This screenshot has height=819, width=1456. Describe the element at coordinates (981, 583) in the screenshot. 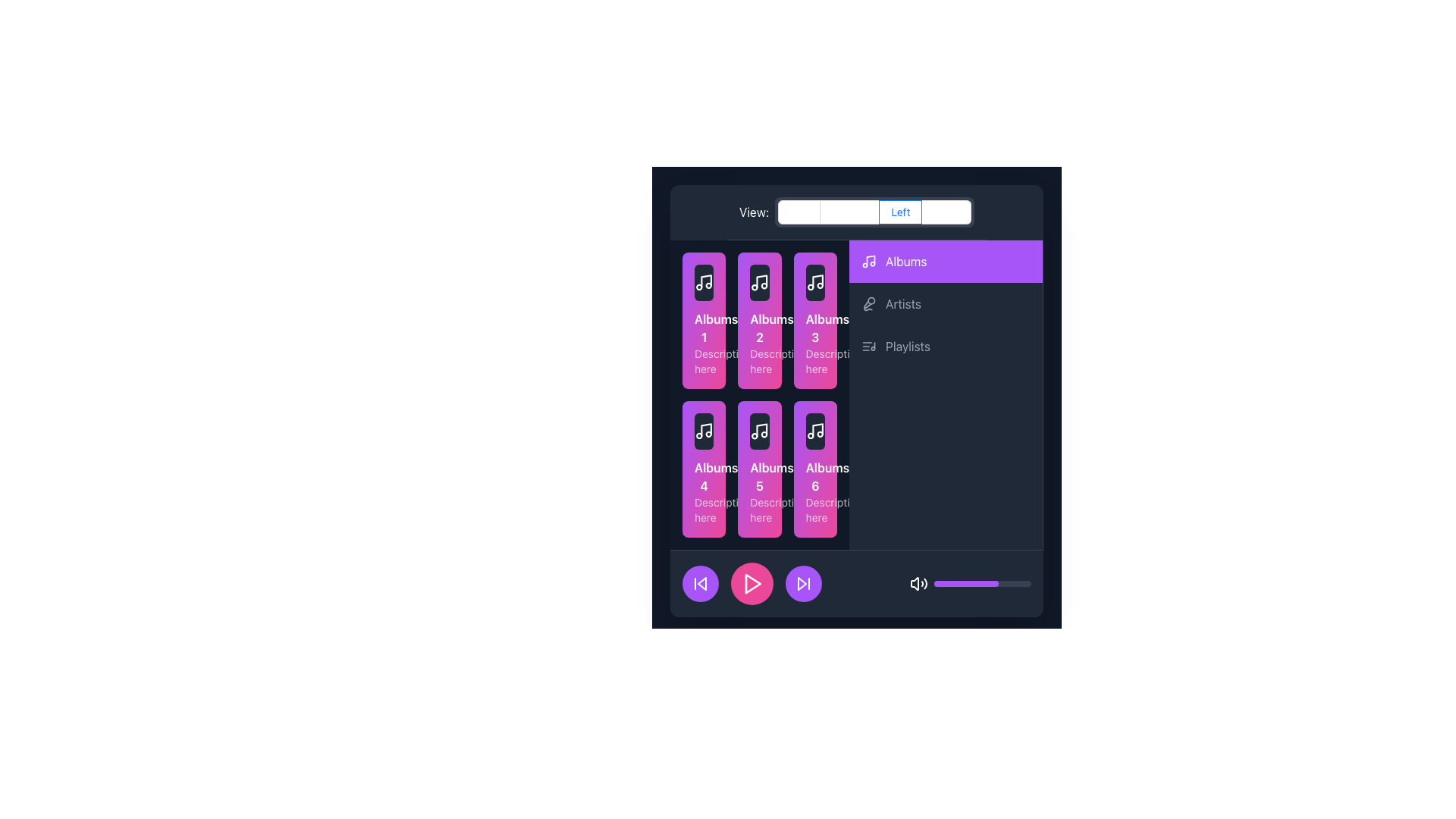

I see `the volume level` at that location.